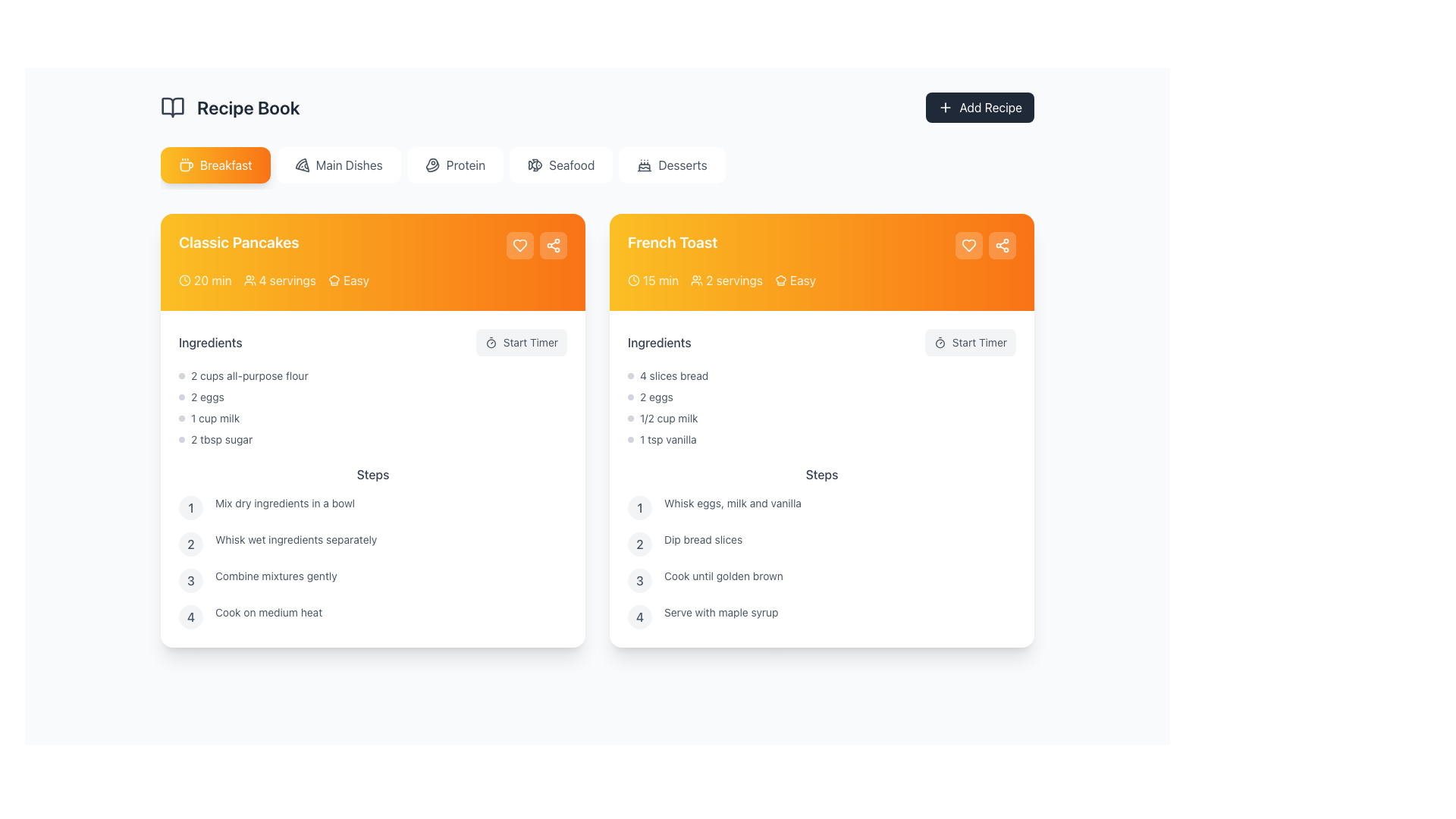  Describe the element at coordinates (640, 580) in the screenshot. I see `the Circular Step Indicator for Step 3 in the 'French Toast' recipe, which is located to the left of the text 'Cook until golden brown'` at that location.